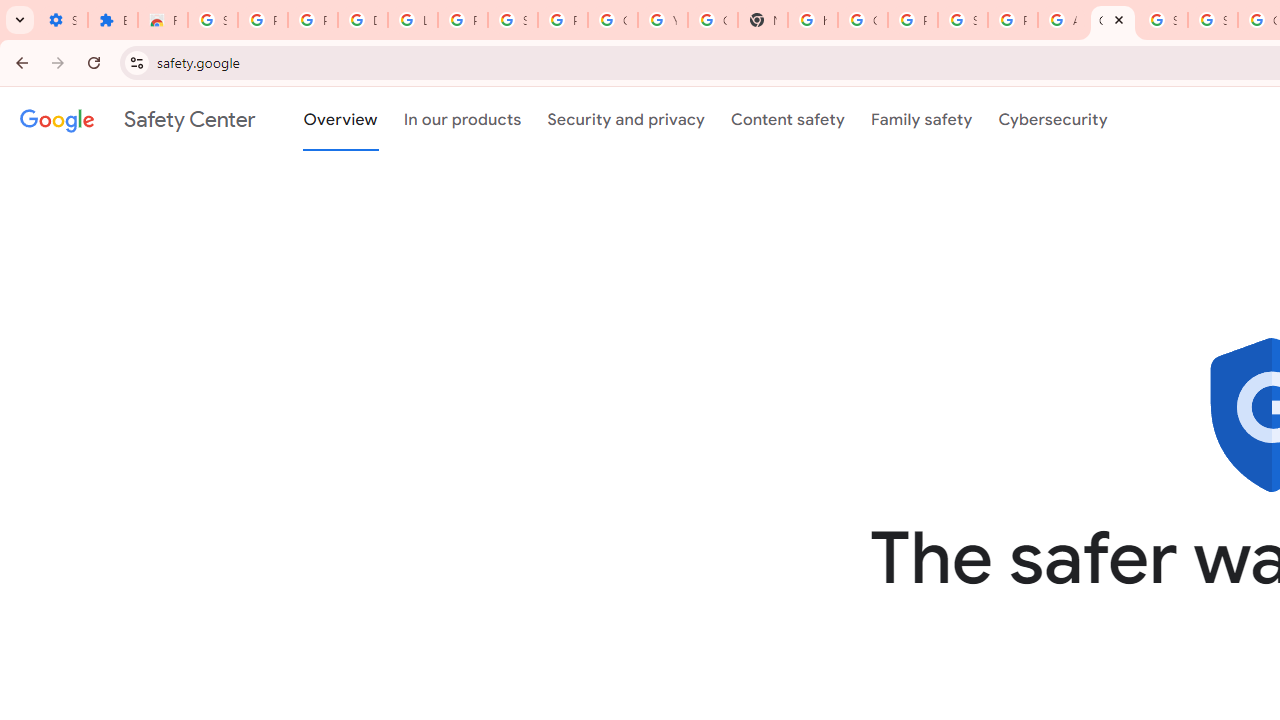  What do you see at coordinates (920, 119) in the screenshot?
I see `'Family safety'` at bounding box center [920, 119].